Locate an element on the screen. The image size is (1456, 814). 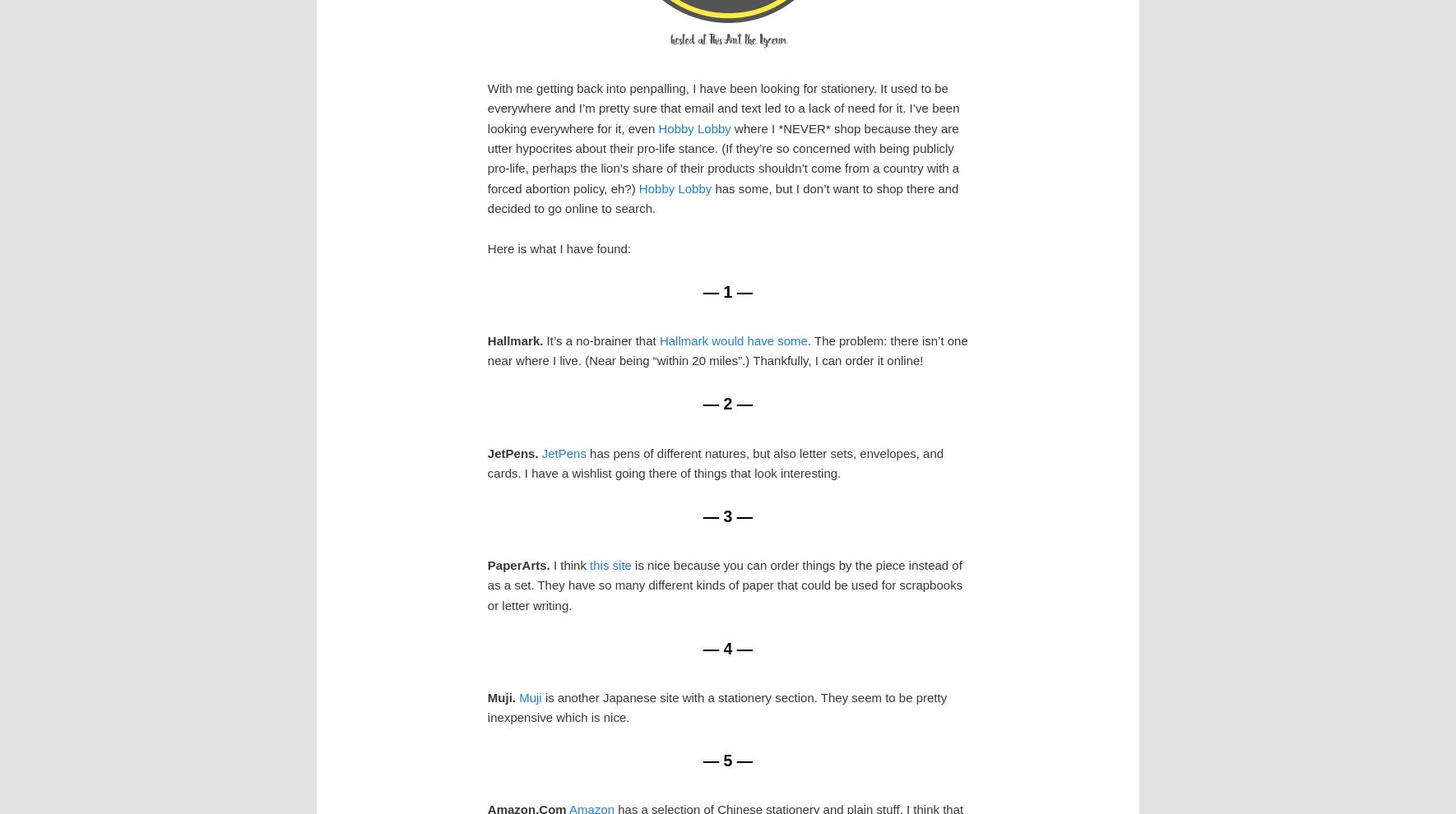
'is another Japanese site with a stationery section. They seem to be pretty inexpensive which is nice.' is located at coordinates (716, 707).